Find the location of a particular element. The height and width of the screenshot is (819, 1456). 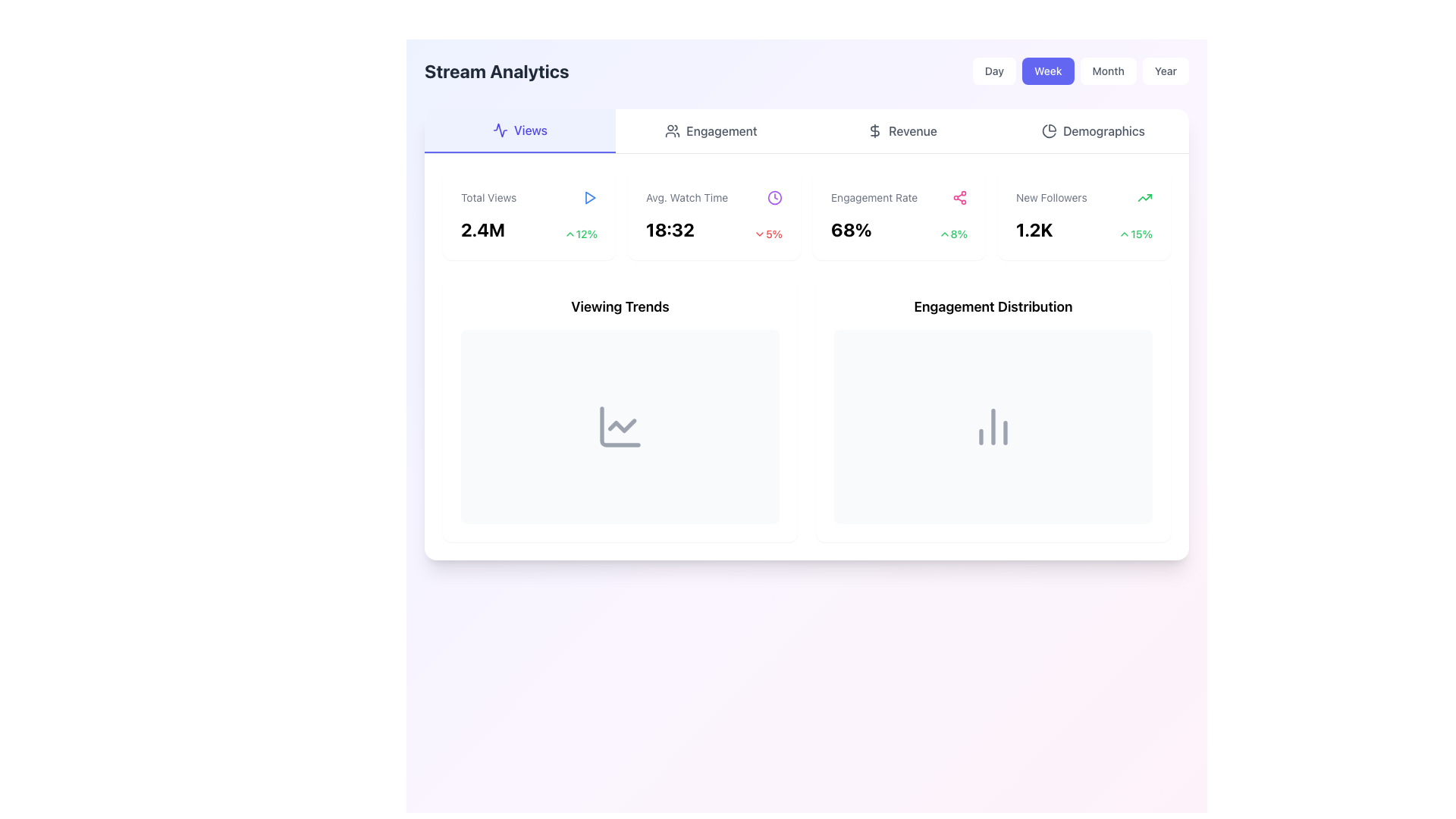

the 'Views' icon located in the top-left section of the analytics dashboard, adjacent to the 'Views' label, serving as a visual indicator for metrics related is located at coordinates (500, 130).